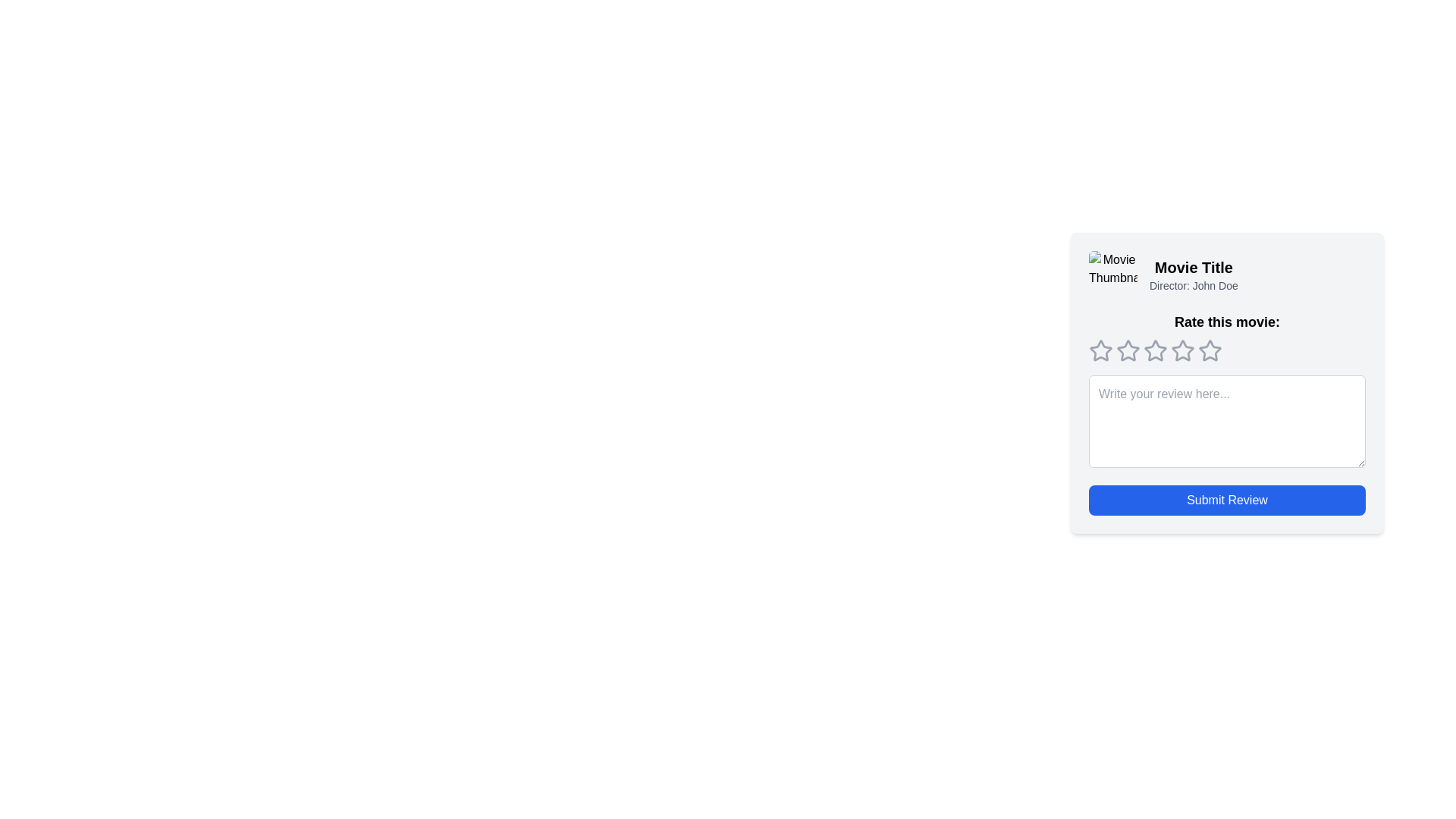  Describe the element at coordinates (1154, 350) in the screenshot. I see `the third star icon button in the five-star rating system` at that location.